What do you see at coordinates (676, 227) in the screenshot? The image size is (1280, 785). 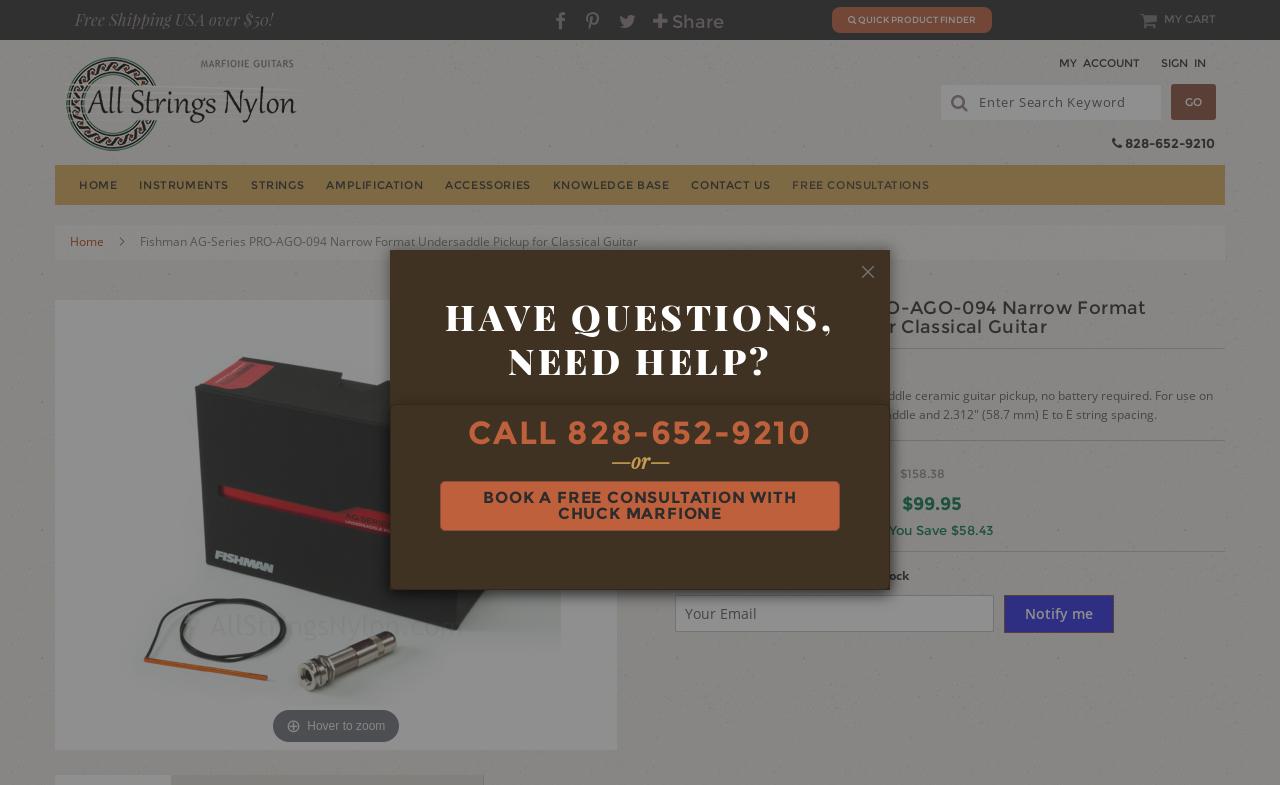 I see `'Banjo'` at bounding box center [676, 227].